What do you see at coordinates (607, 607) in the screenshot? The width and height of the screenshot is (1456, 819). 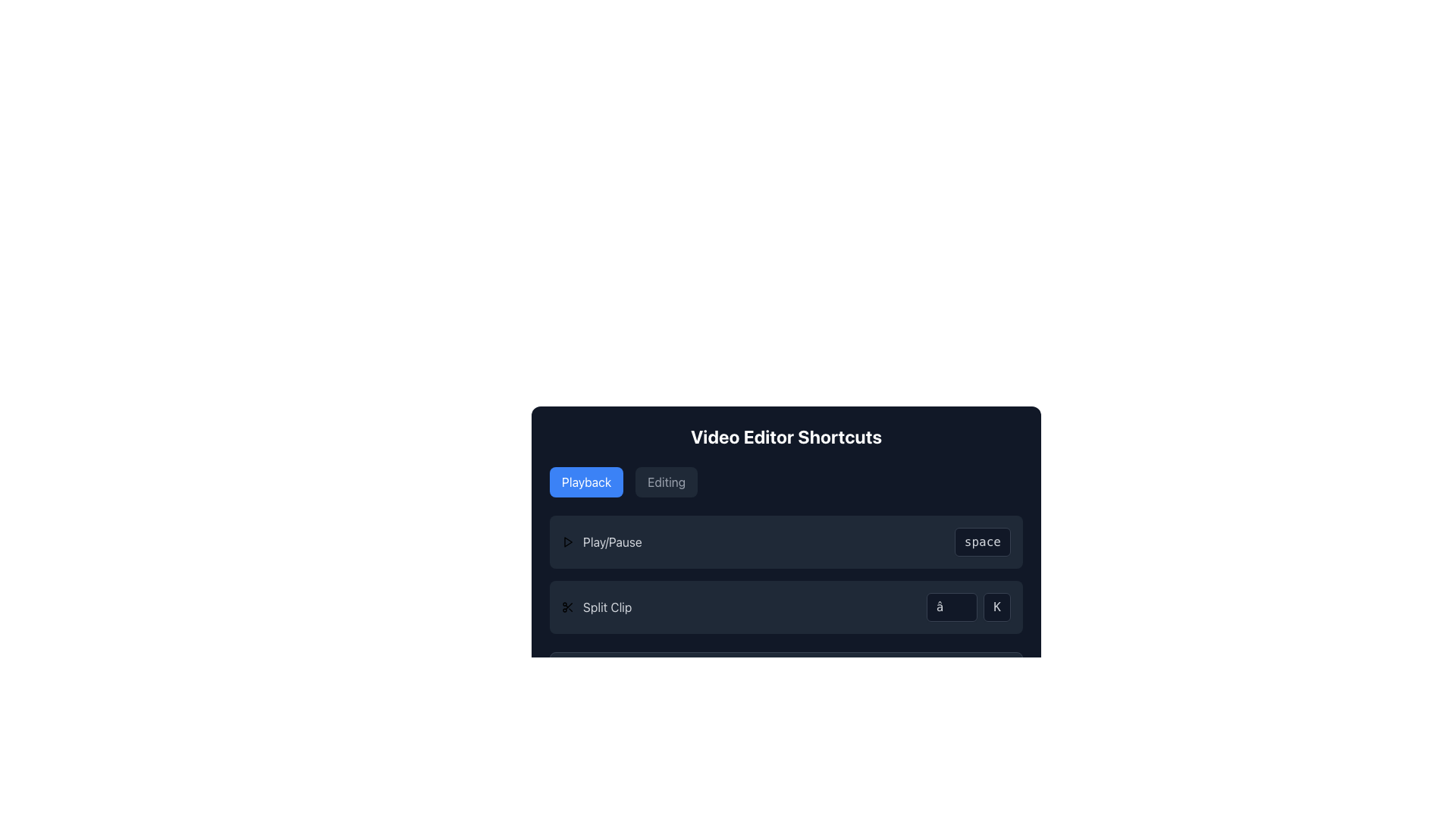 I see `the 'Split Clip' text label, which is styled in light-gray font on a dark background and located in the 'Video Editor Shortcuts' section, following a scissors icon` at bounding box center [607, 607].